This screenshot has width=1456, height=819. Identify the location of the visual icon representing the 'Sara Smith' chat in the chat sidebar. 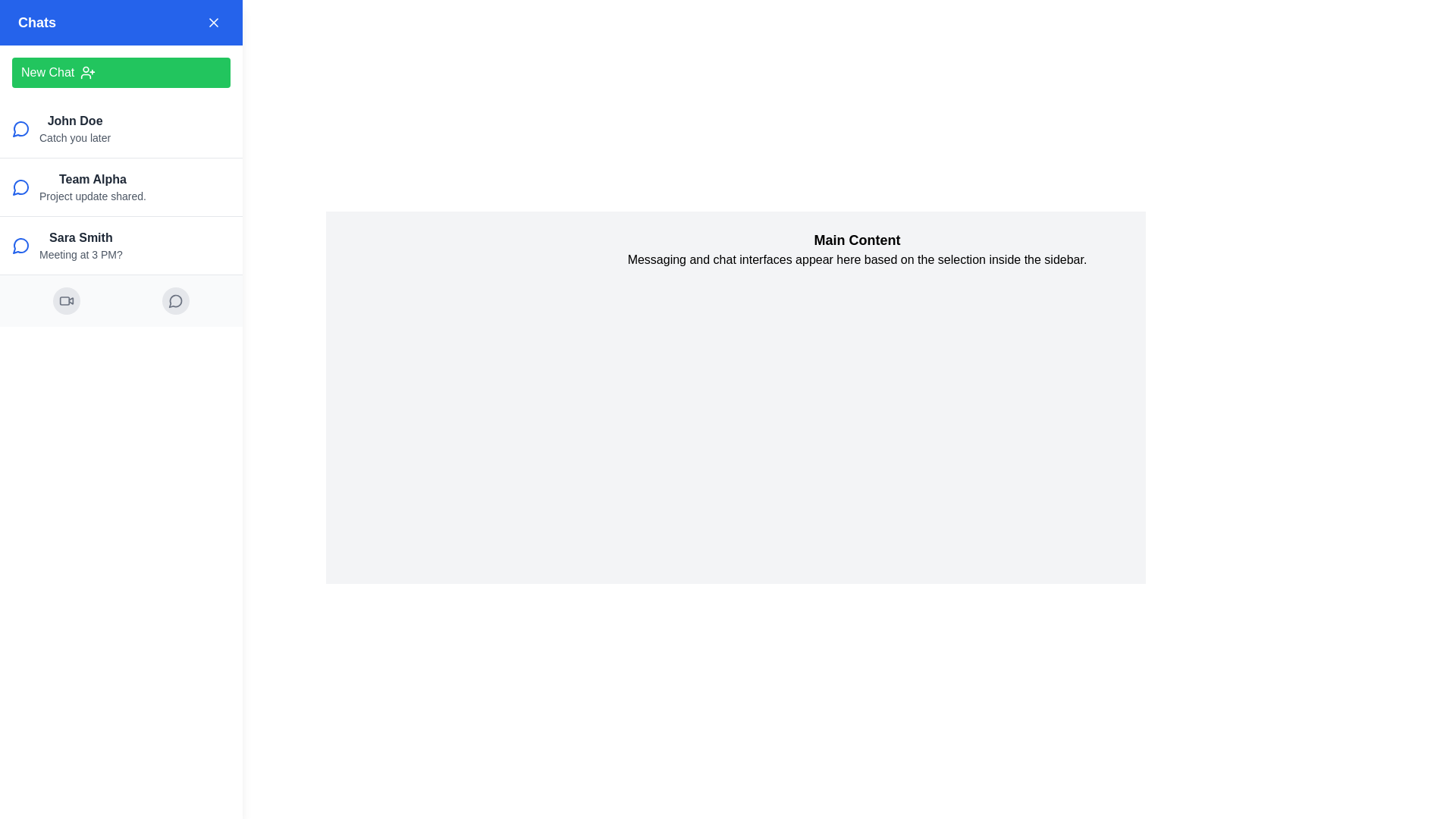
(20, 245).